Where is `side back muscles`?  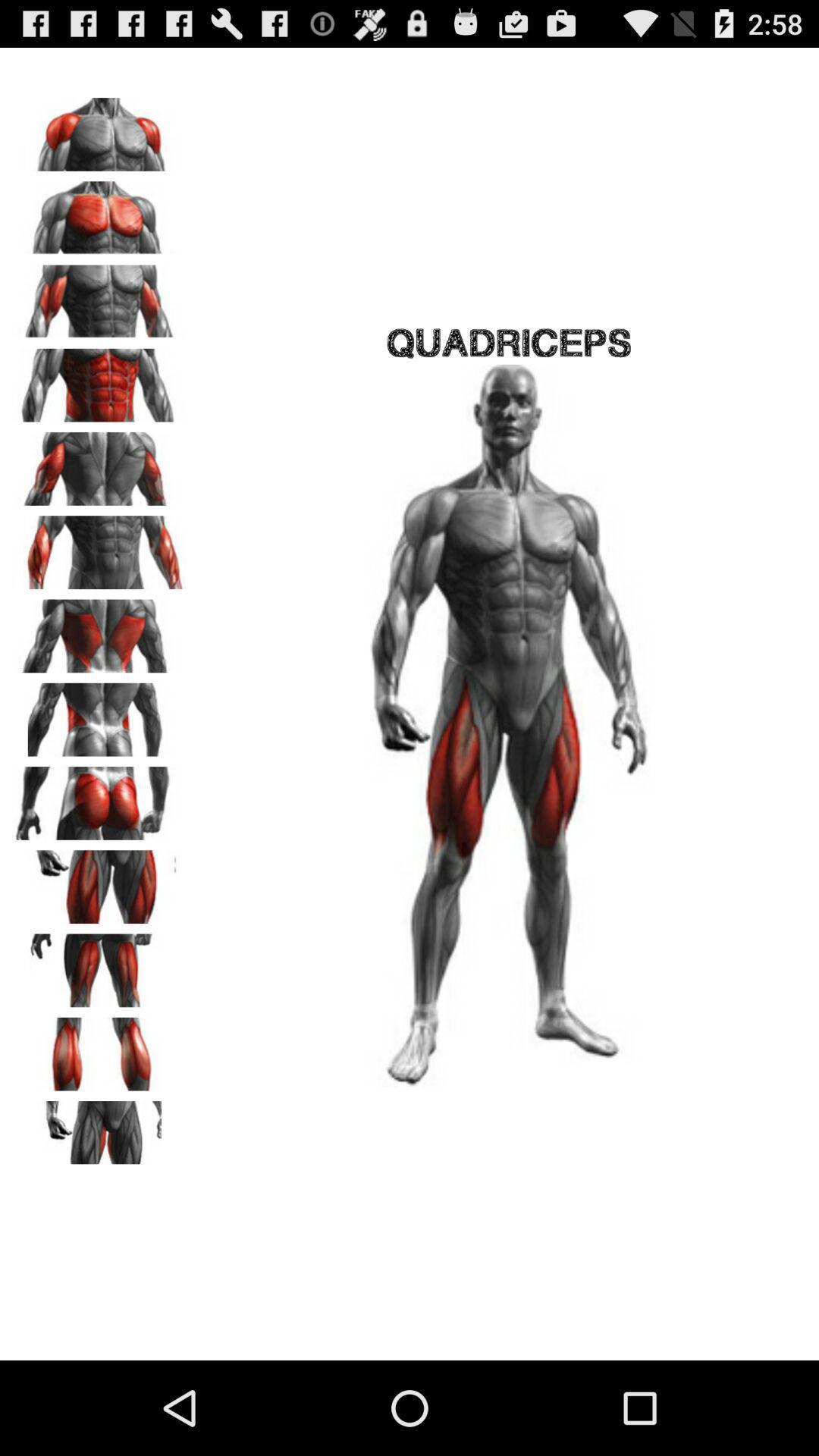
side back muscles is located at coordinates (99, 631).